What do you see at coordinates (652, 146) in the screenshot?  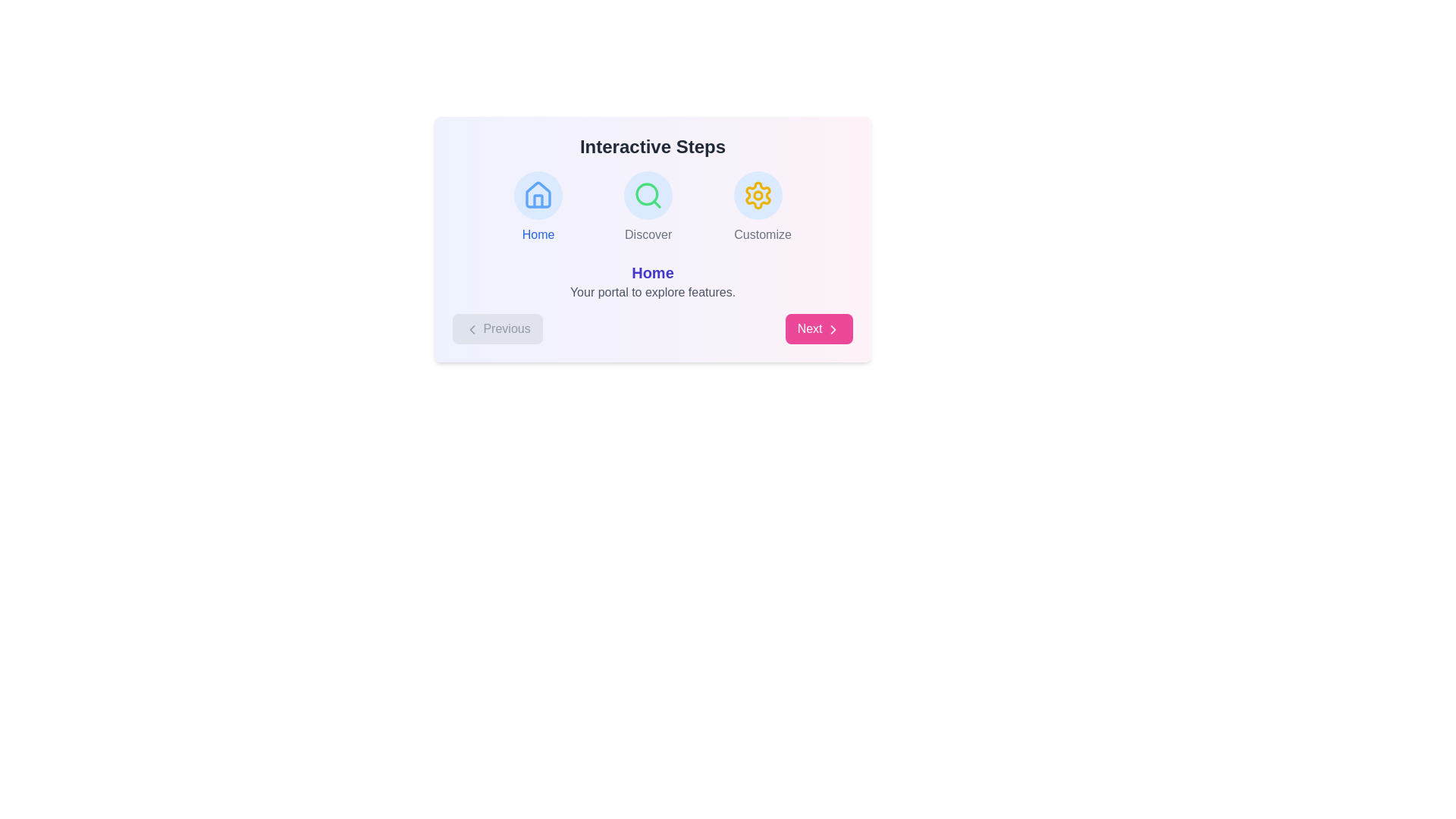 I see `the bold text element reading 'Interactive Steps', which is styled in a large, dark gray font and positioned prominently at the top of a rounded card` at bounding box center [652, 146].